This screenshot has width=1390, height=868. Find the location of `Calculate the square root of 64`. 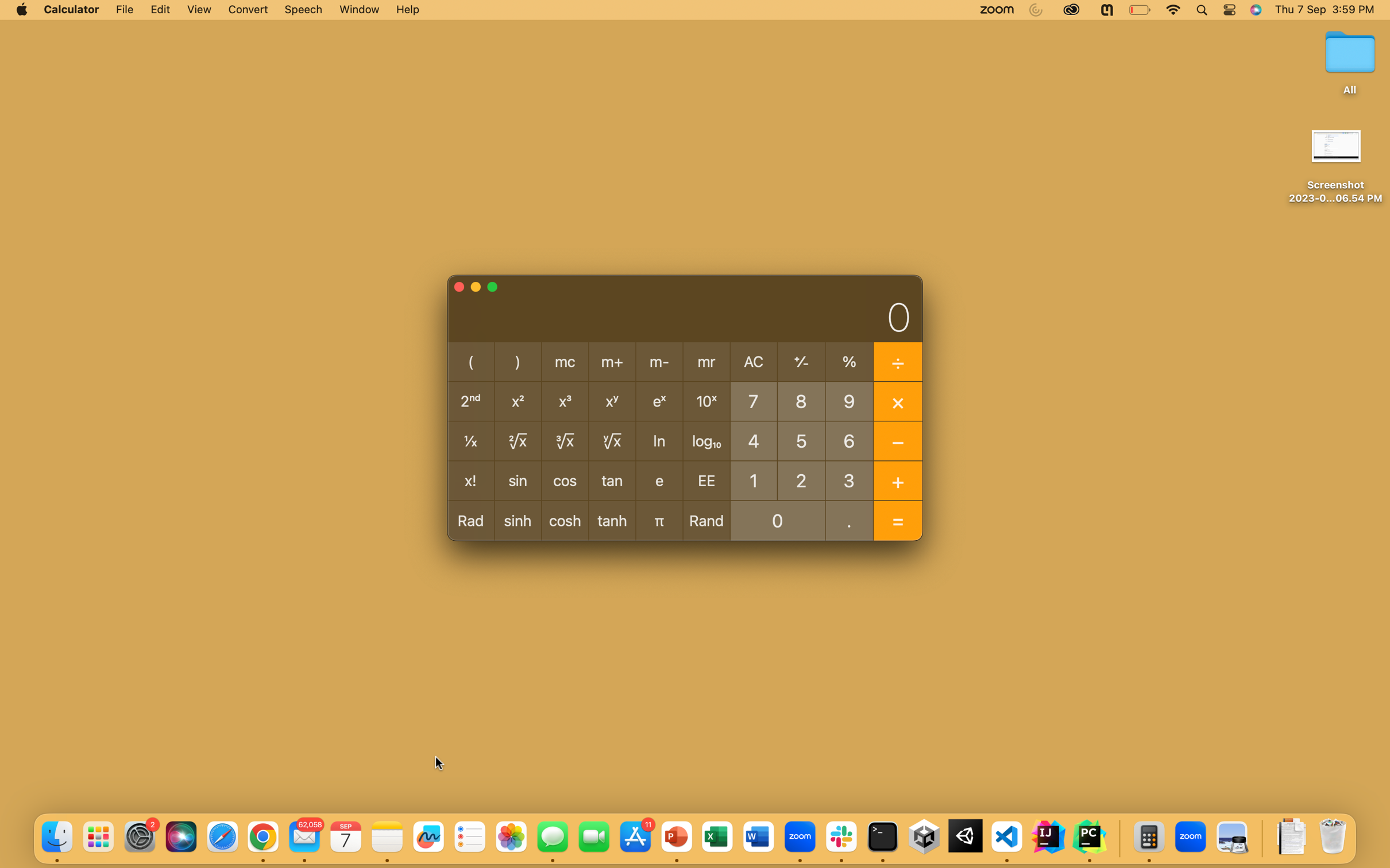

Calculate the square root of 64 is located at coordinates (848, 440).